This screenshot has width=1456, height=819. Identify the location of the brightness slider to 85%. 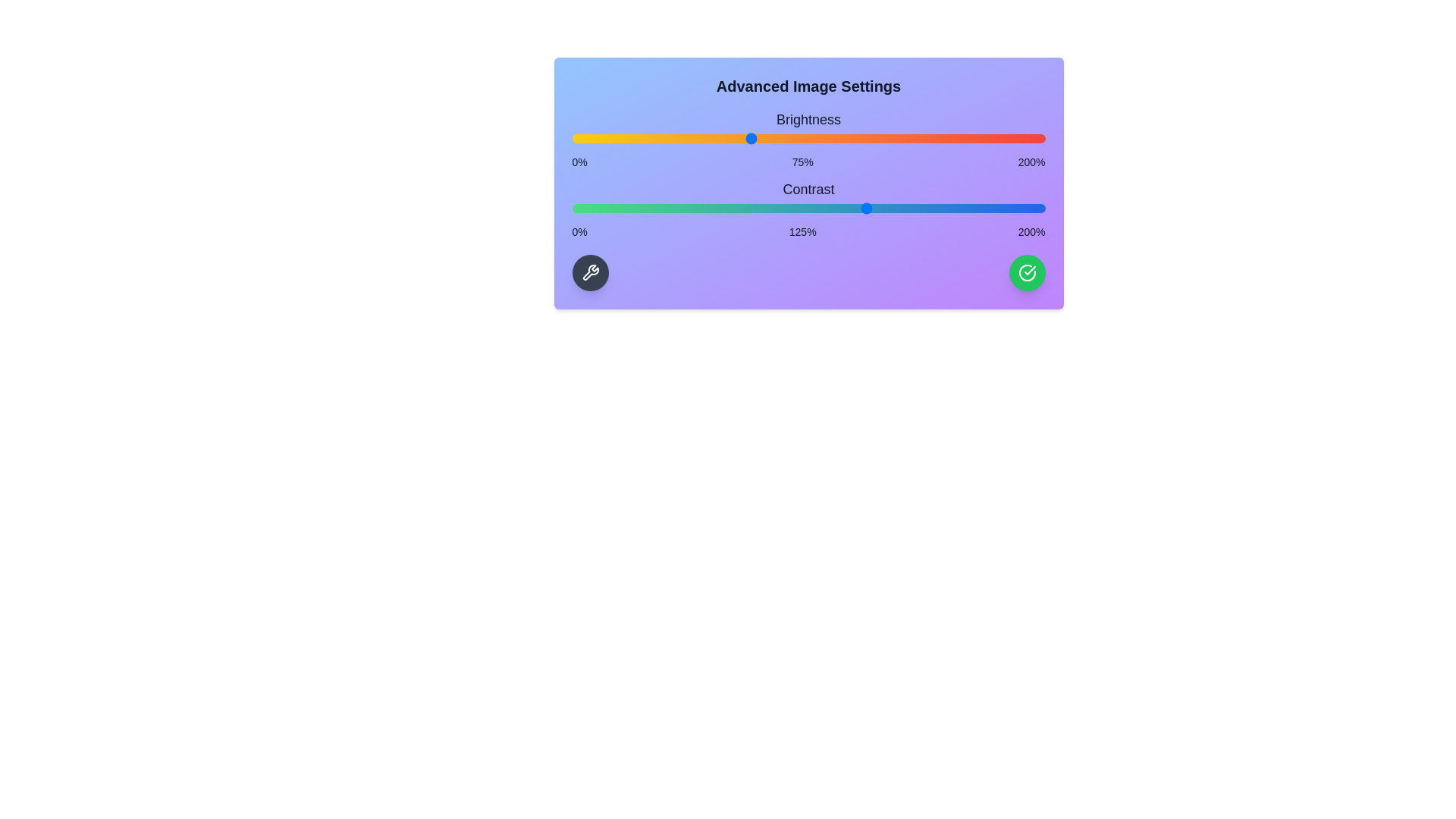
(773, 138).